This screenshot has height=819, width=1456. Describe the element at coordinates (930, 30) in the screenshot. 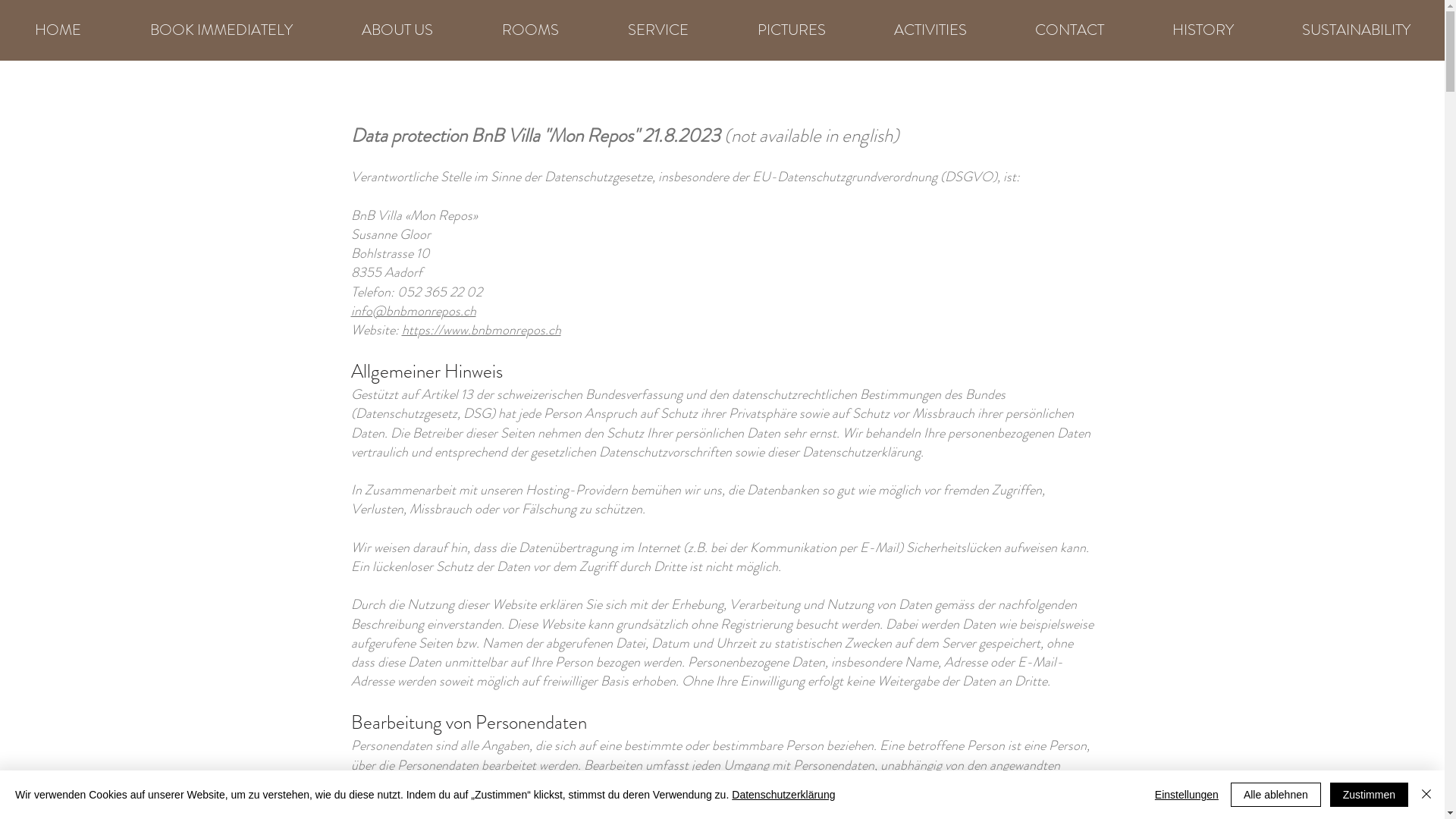

I see `'ACTIVITIES'` at that location.